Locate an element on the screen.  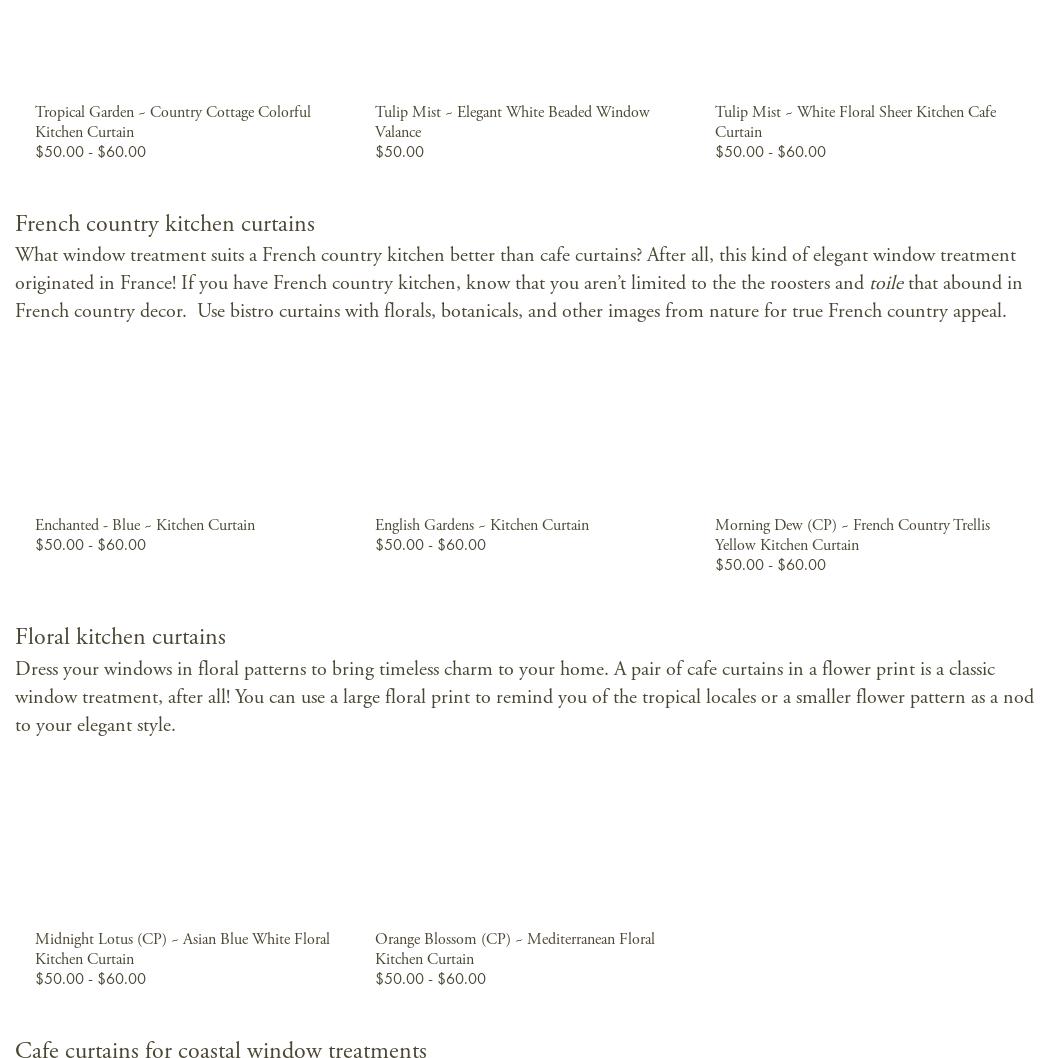
'that abound in French country decor.  Use bistro curtains with florals, botanicals, and other images from nature for true French country appeal.' is located at coordinates (15, 296).